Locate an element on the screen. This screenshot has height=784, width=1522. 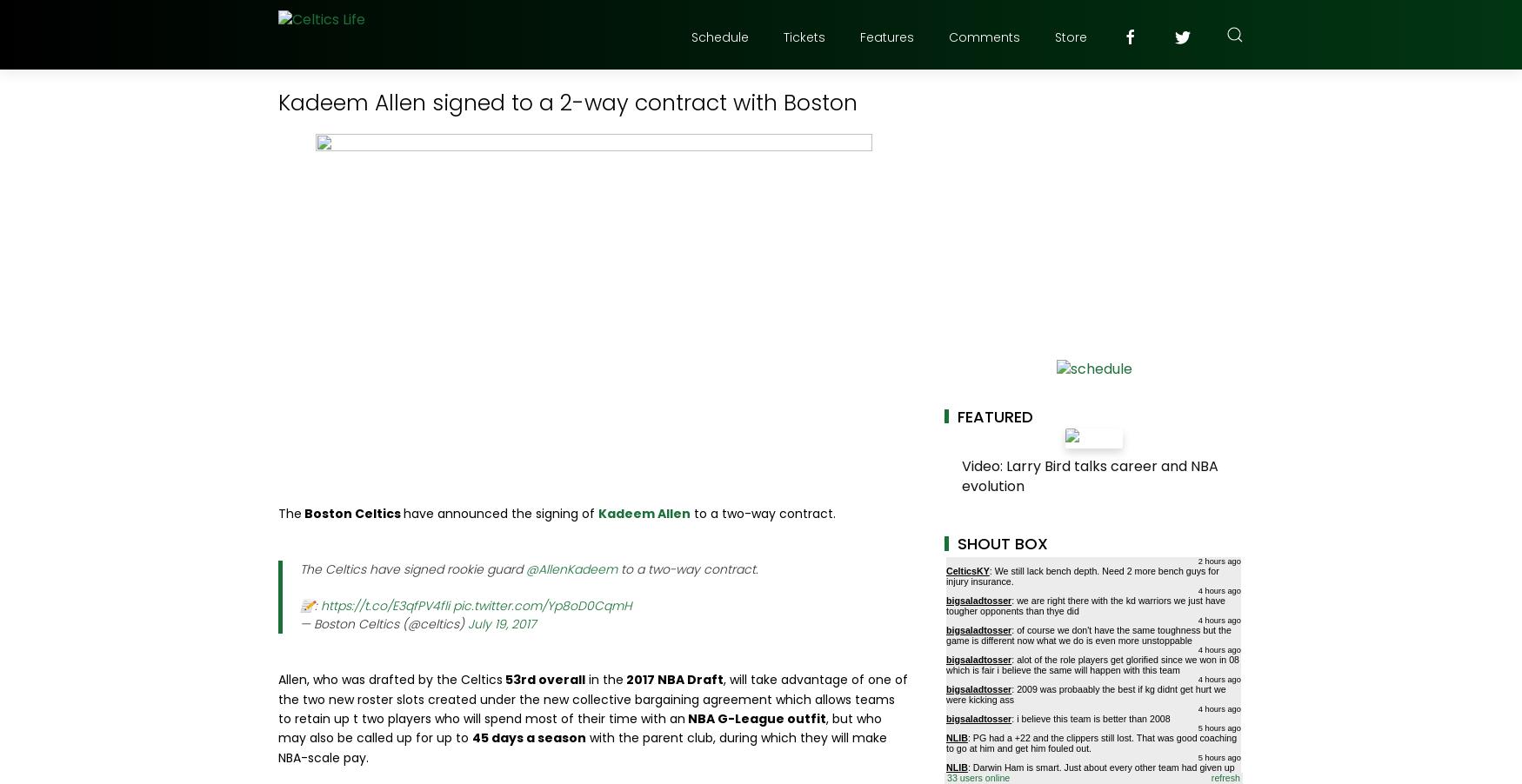
', but who may also be called up for up to' is located at coordinates (578, 728).